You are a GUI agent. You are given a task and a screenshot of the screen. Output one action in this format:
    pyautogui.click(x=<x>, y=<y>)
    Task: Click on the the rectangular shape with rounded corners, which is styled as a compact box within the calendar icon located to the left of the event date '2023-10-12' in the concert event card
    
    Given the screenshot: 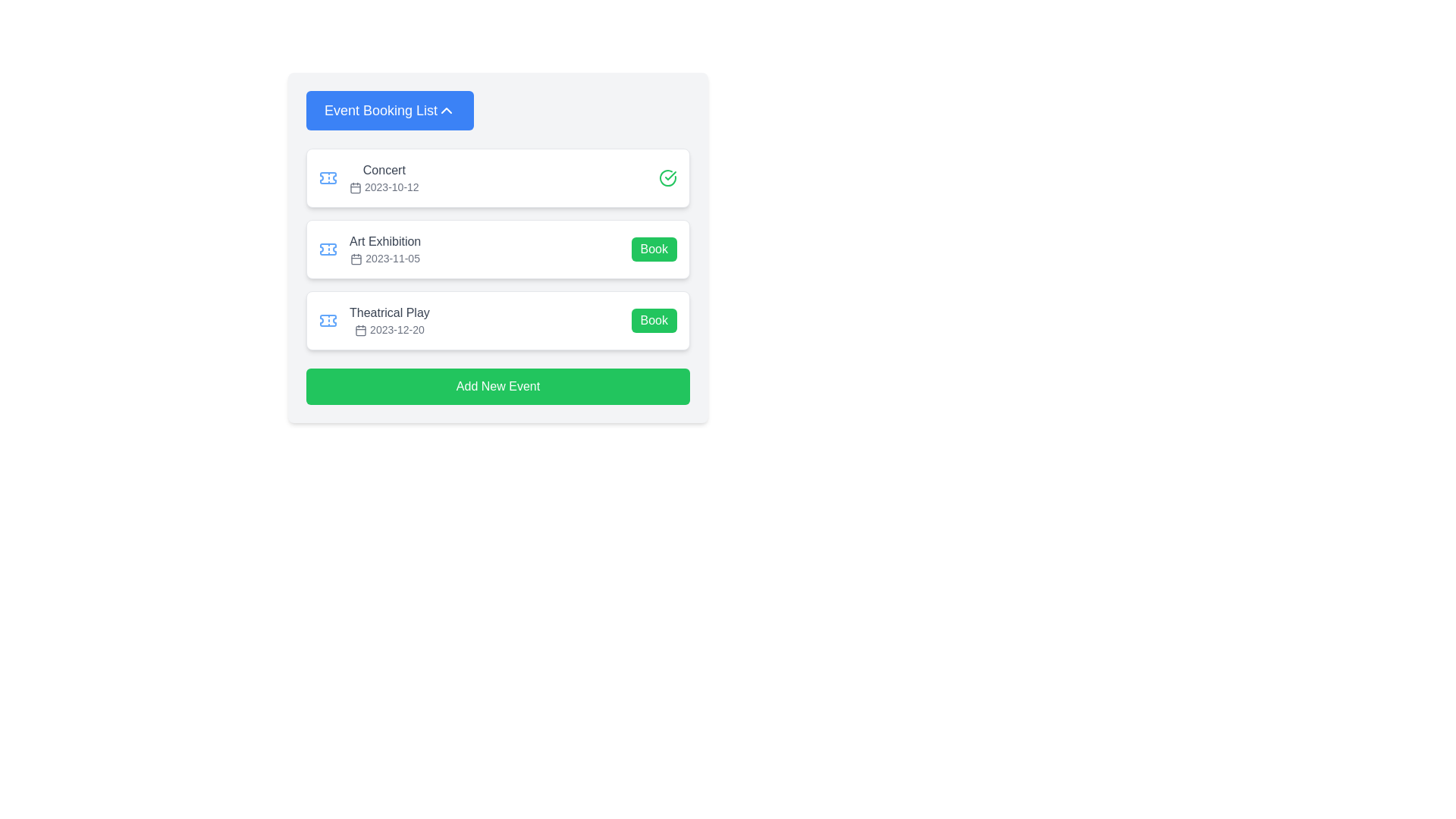 What is the action you would take?
    pyautogui.click(x=355, y=187)
    